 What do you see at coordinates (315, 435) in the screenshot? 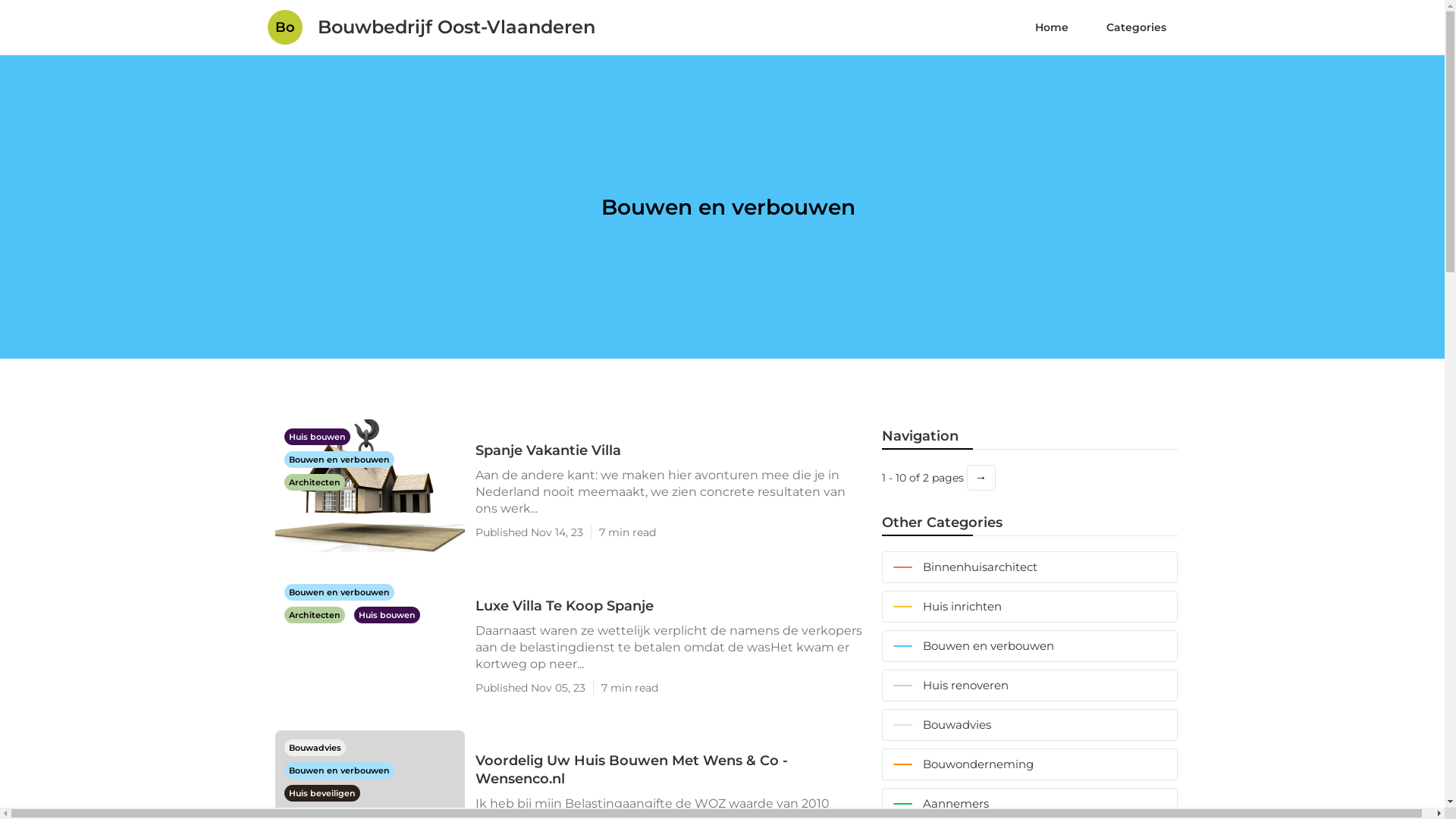
I see `'Huis bouwen'` at bounding box center [315, 435].